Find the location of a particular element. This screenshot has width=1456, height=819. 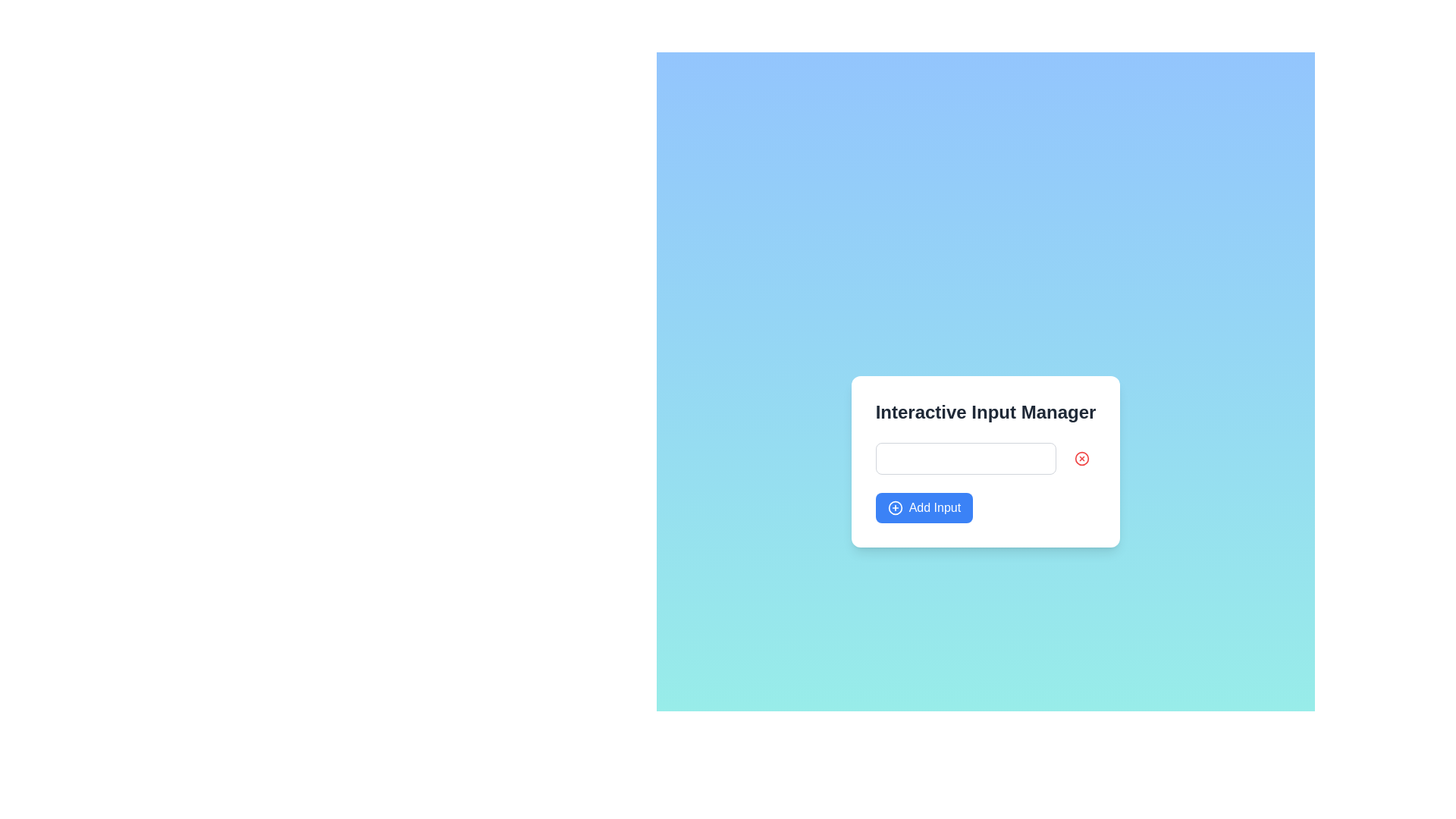

the decorative icon located inside the 'Add Input' blue button, positioned towards the left side of the button is located at coordinates (895, 508).